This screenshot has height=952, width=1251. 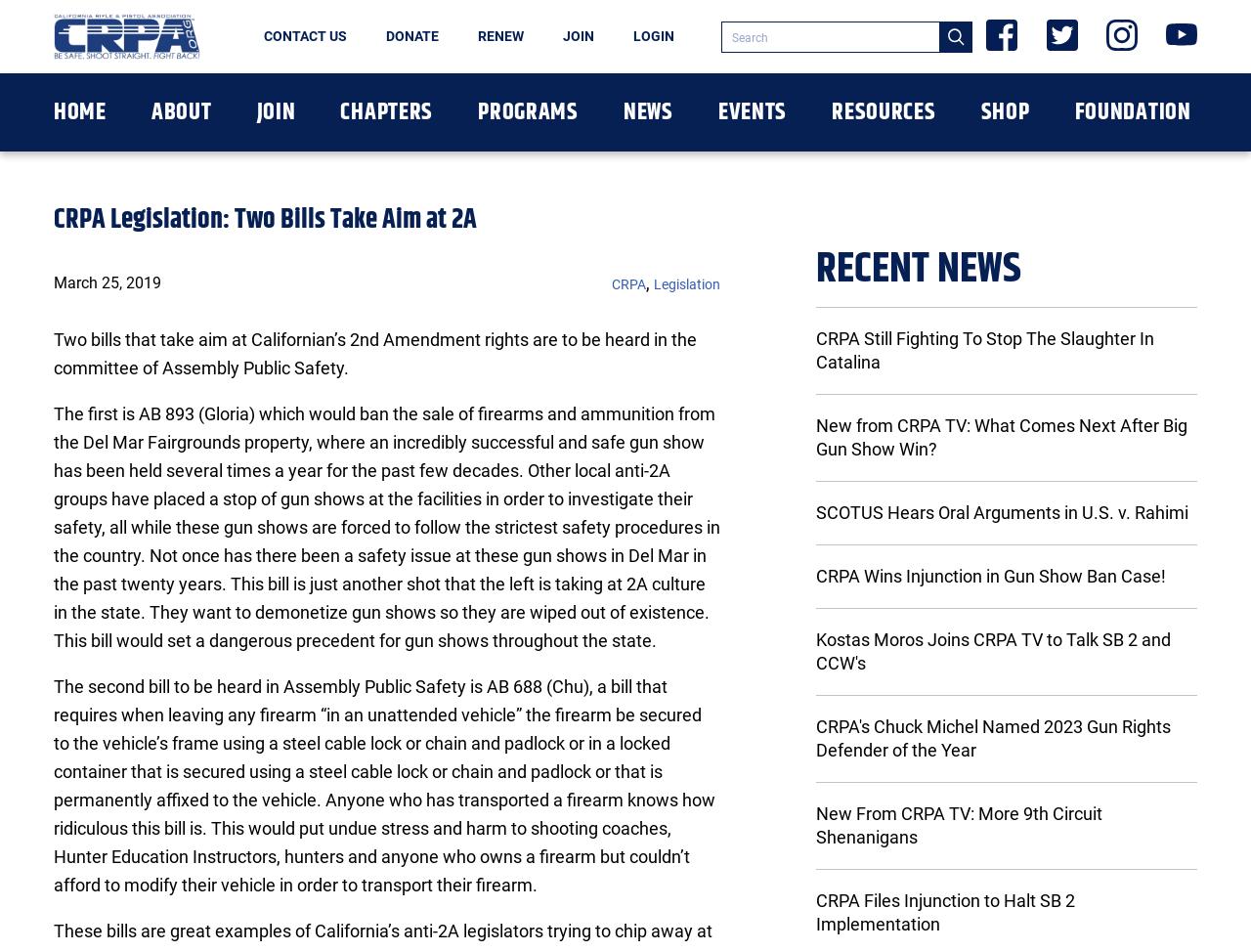 I want to click on 'New From CRPA TV: More 9th Circuit Shenanigans', so click(x=815, y=825).